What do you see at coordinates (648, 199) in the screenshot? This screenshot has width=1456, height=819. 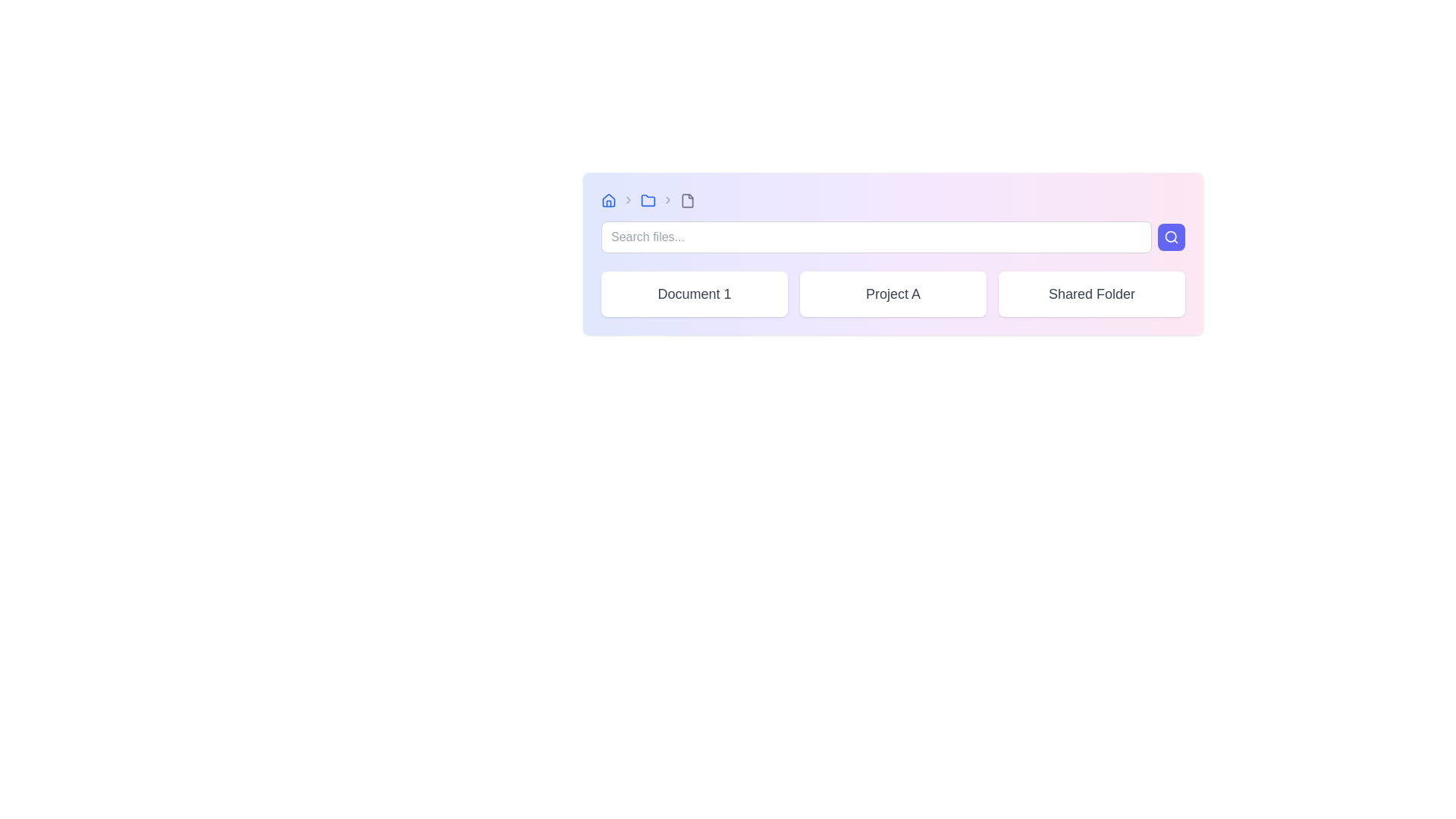 I see `the folder icon located at the top center of the interface, which is used for grouping or navigating to a file directory` at bounding box center [648, 199].